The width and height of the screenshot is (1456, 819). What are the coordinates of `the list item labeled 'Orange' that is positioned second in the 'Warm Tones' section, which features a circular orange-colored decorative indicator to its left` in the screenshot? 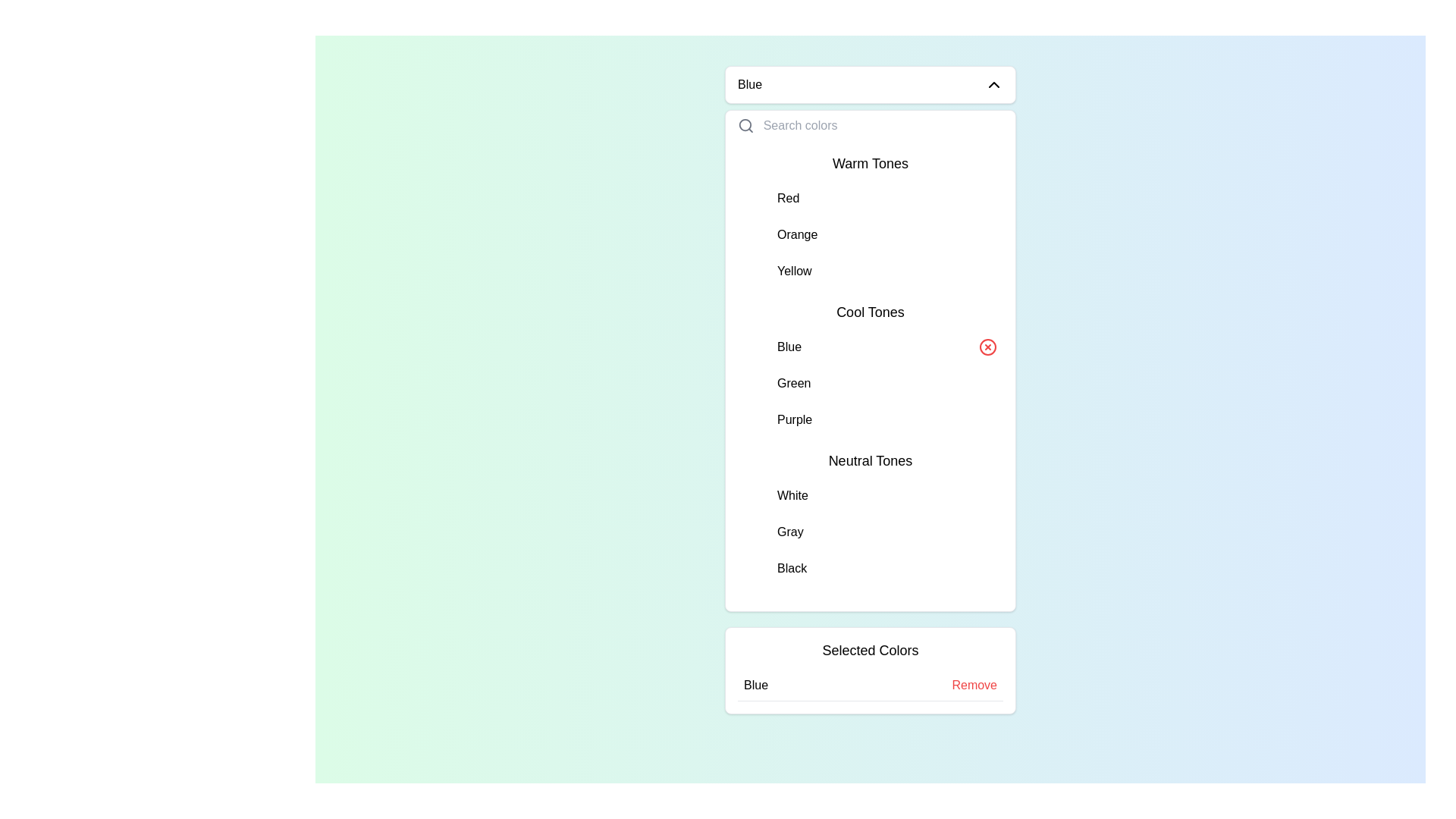 It's located at (870, 234).